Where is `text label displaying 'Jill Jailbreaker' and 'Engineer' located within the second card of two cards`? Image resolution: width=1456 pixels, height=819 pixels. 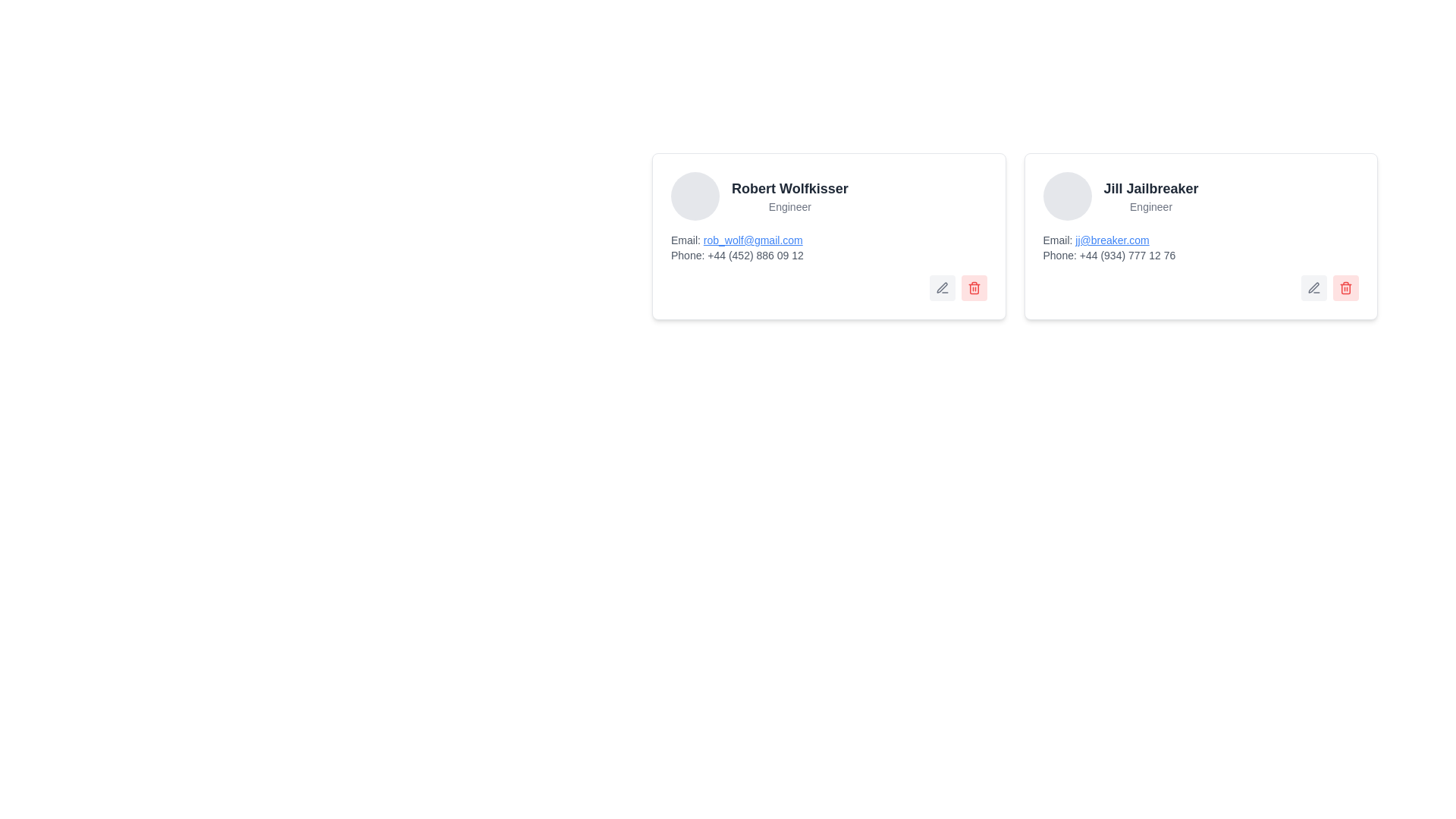
text label displaying 'Jill Jailbreaker' and 'Engineer' located within the second card of two cards is located at coordinates (1151, 195).